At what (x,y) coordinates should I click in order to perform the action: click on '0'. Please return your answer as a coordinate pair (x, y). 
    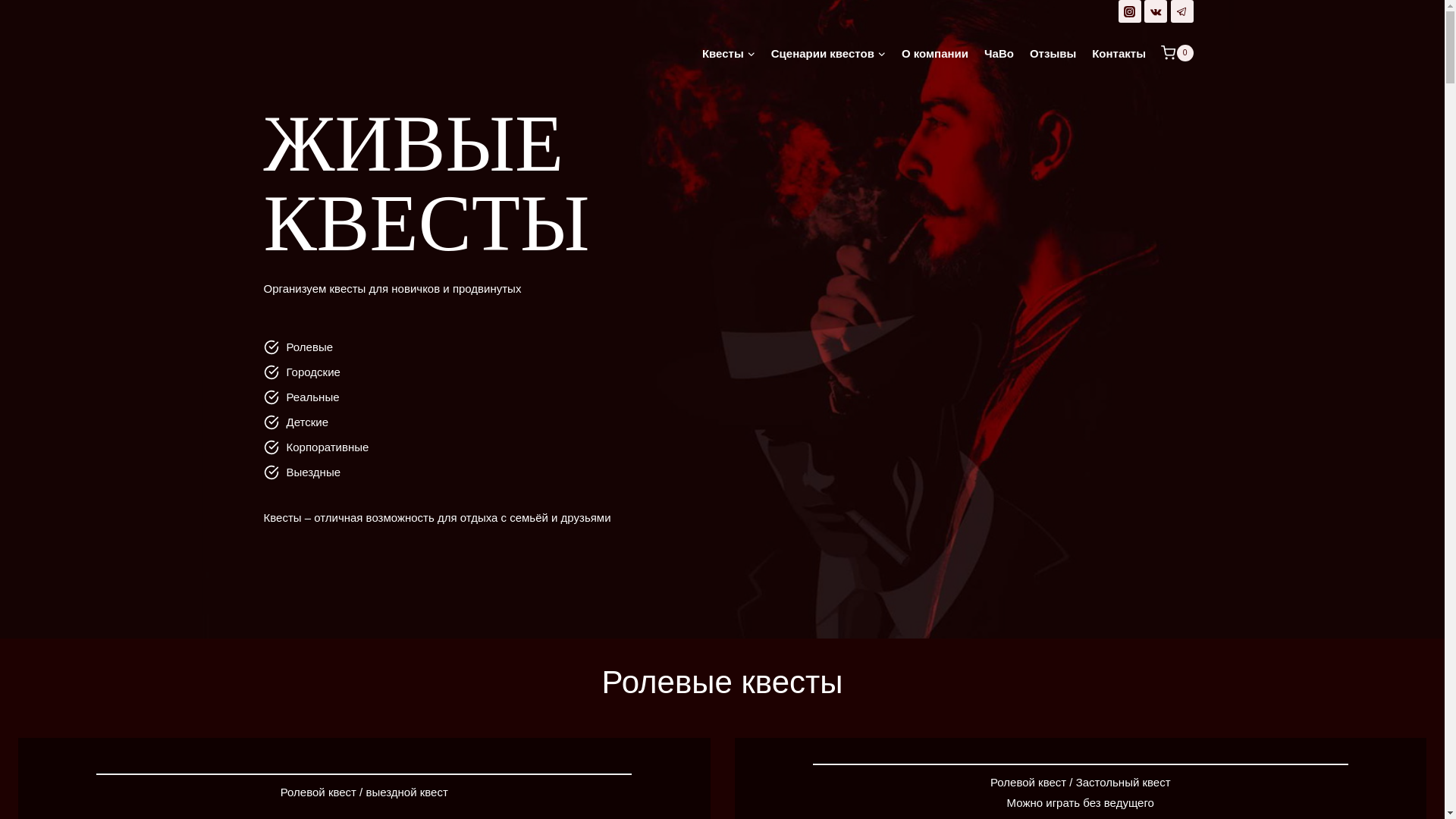
    Looking at the image, I should click on (1175, 52).